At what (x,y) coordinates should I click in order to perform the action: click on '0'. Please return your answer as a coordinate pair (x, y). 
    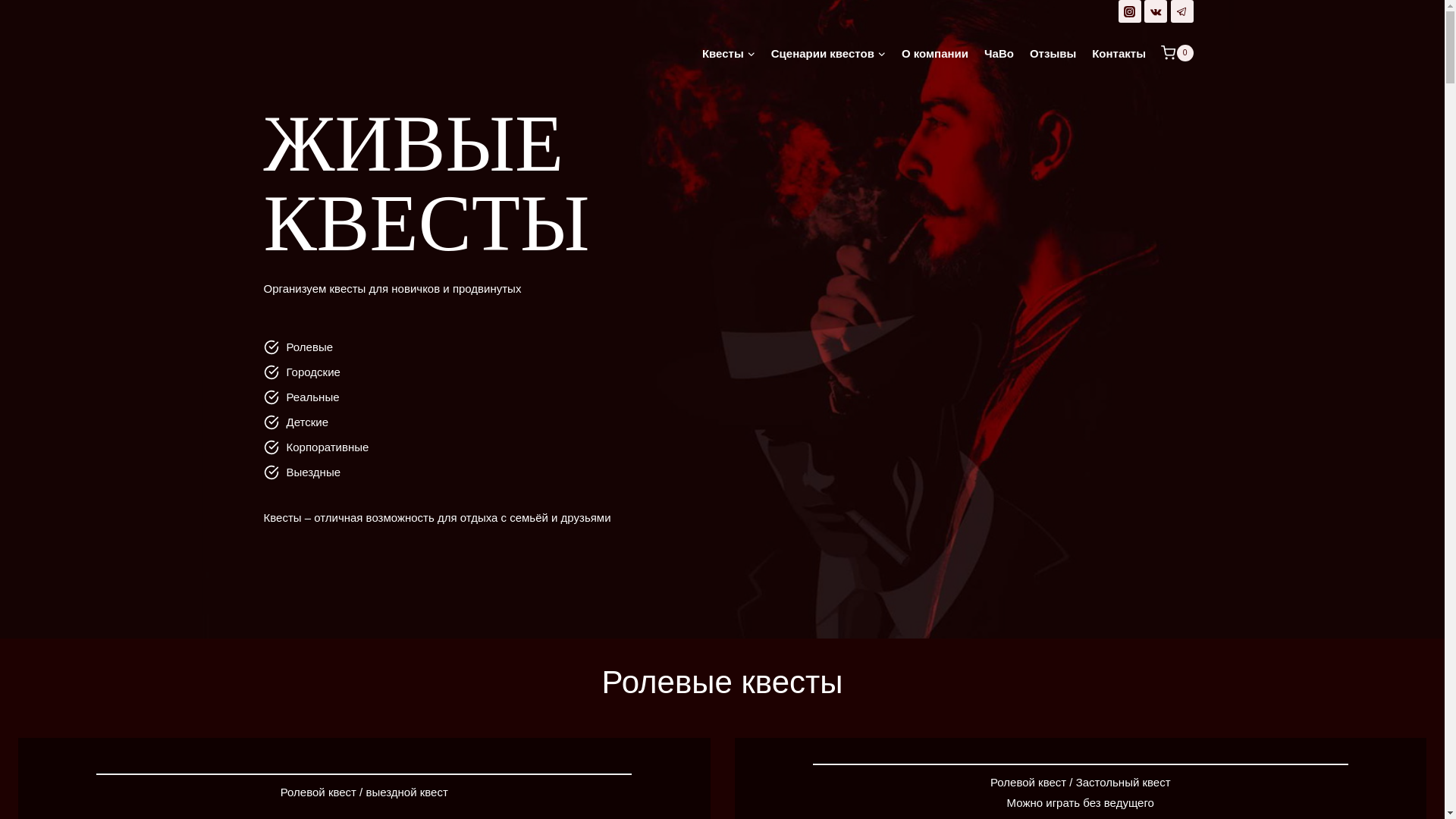
    Looking at the image, I should click on (1175, 52).